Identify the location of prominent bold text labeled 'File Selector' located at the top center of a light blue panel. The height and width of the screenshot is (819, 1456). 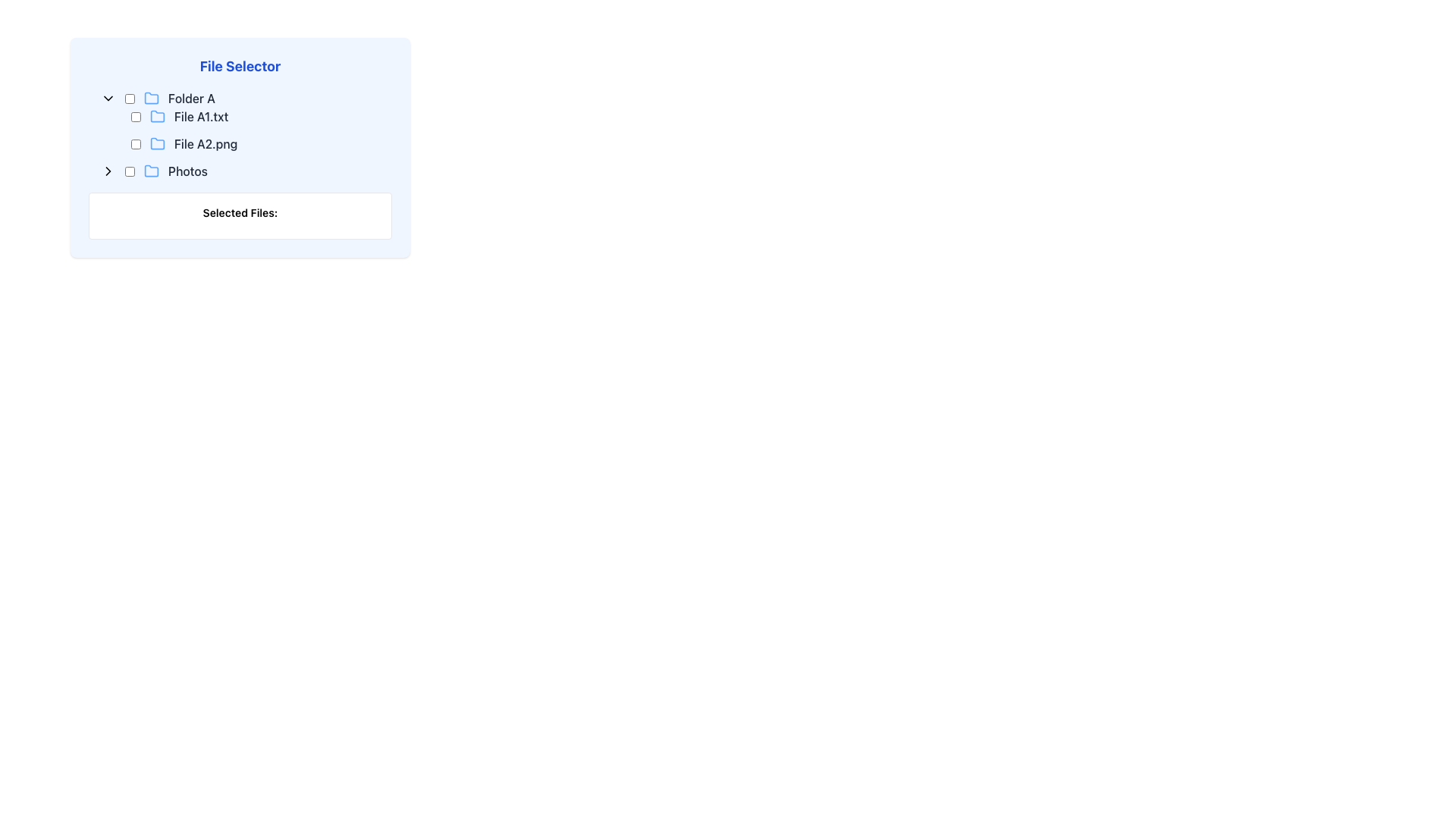
(239, 66).